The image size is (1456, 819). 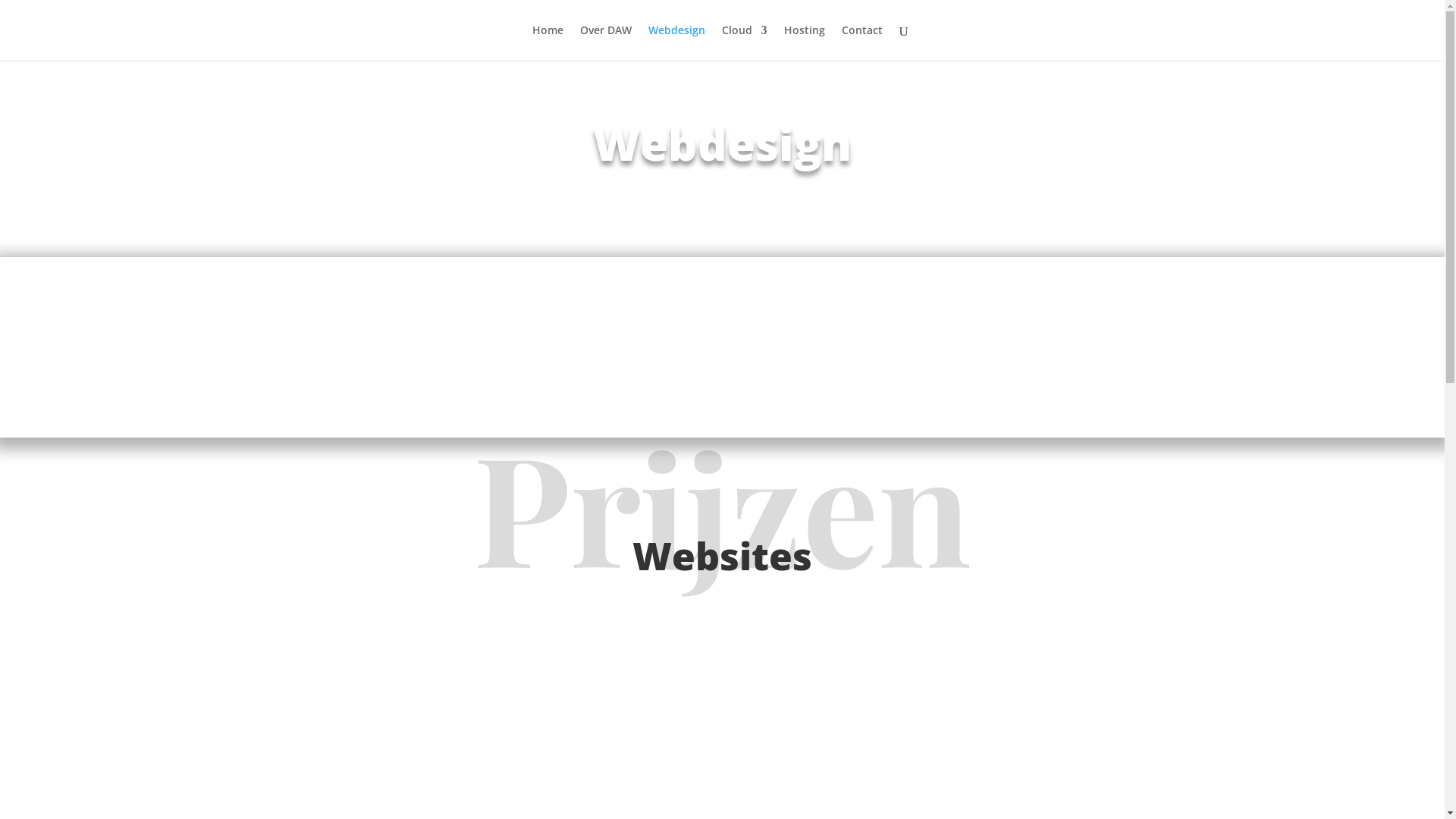 I want to click on 'Home', so click(x=547, y=42).